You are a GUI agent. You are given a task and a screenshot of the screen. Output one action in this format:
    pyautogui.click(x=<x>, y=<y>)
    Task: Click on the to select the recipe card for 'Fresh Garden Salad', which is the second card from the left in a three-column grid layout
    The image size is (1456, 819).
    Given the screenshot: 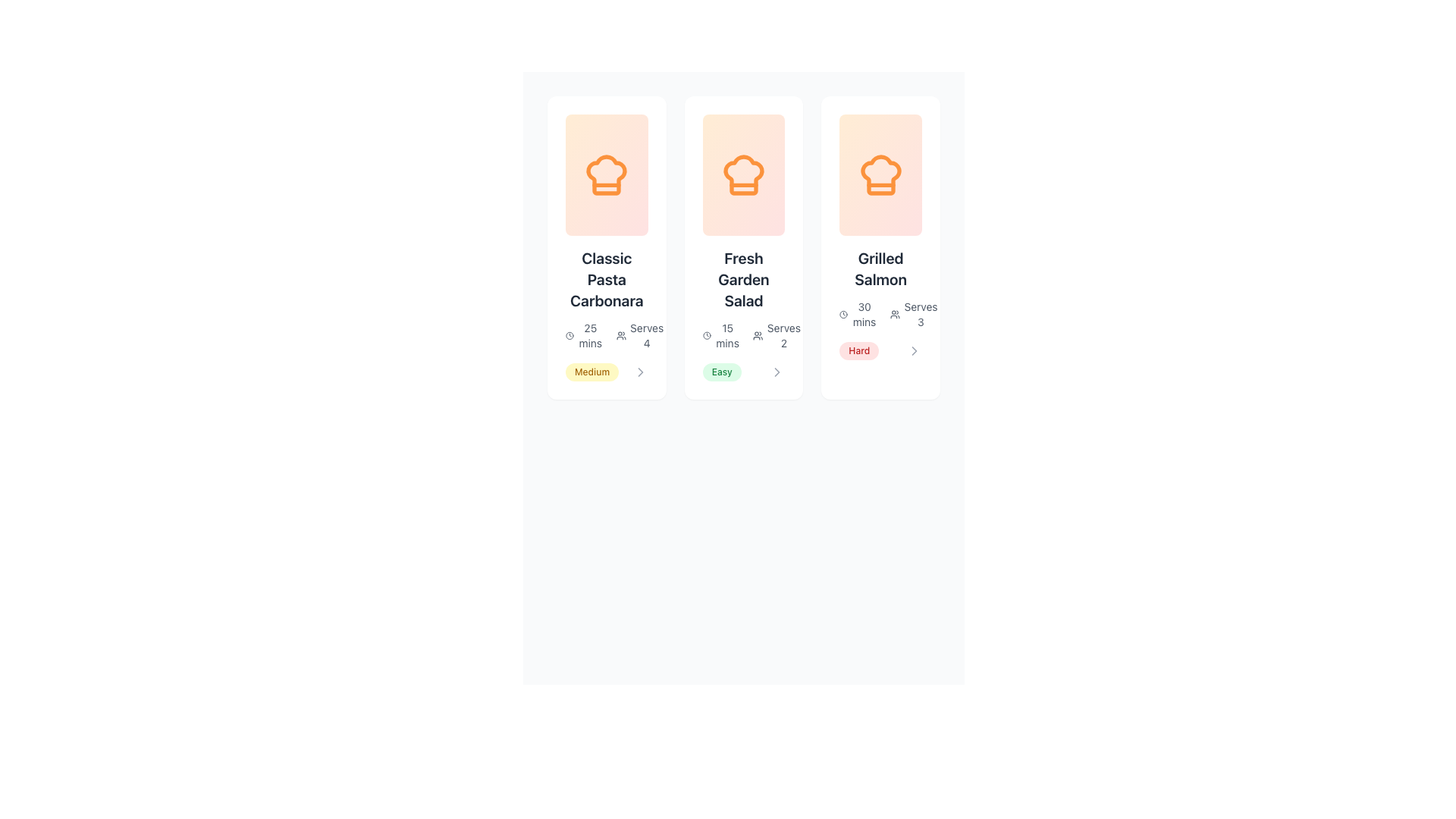 What is the action you would take?
    pyautogui.click(x=743, y=247)
    